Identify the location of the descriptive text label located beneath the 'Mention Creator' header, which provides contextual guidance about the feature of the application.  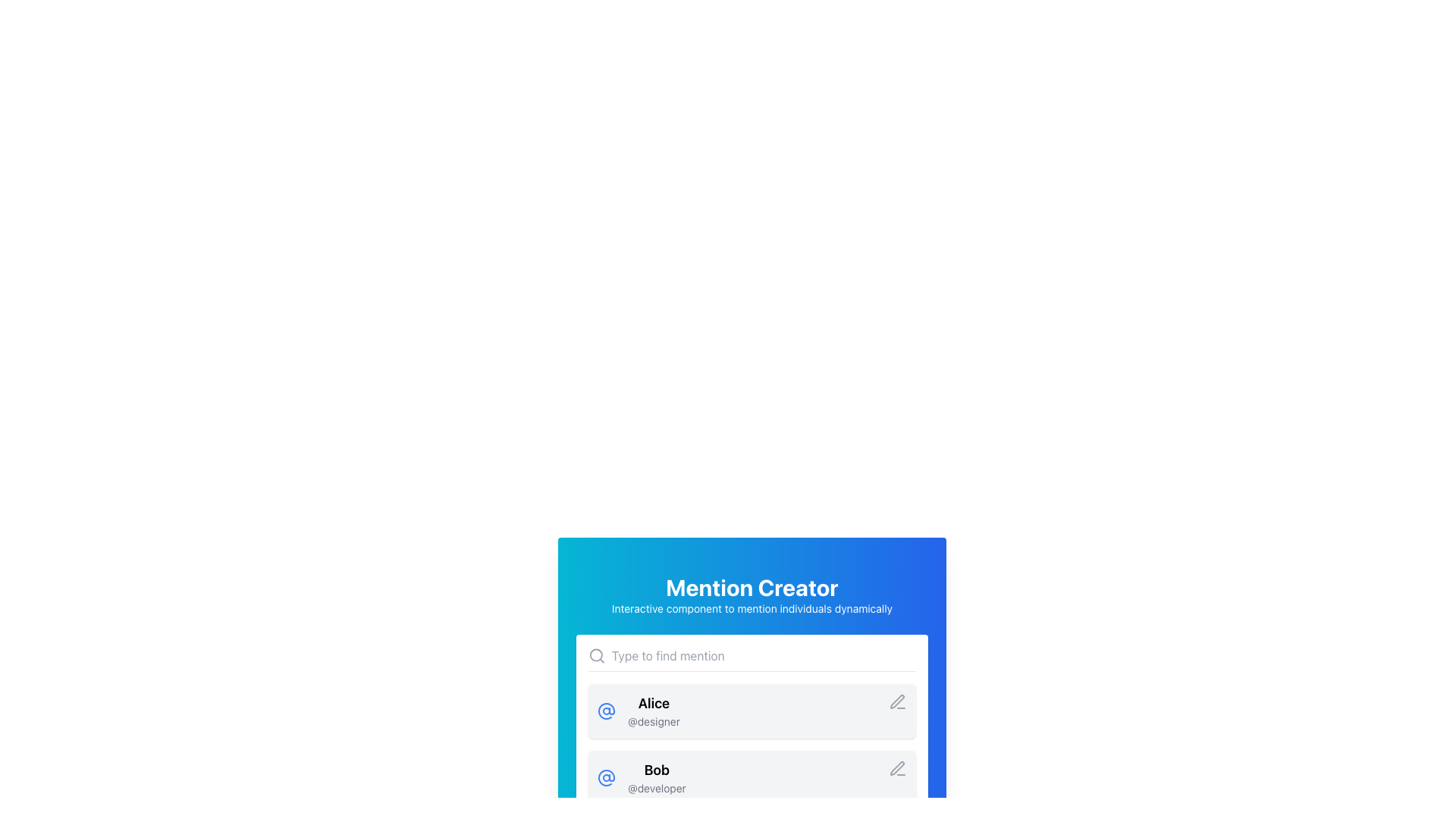
(752, 607).